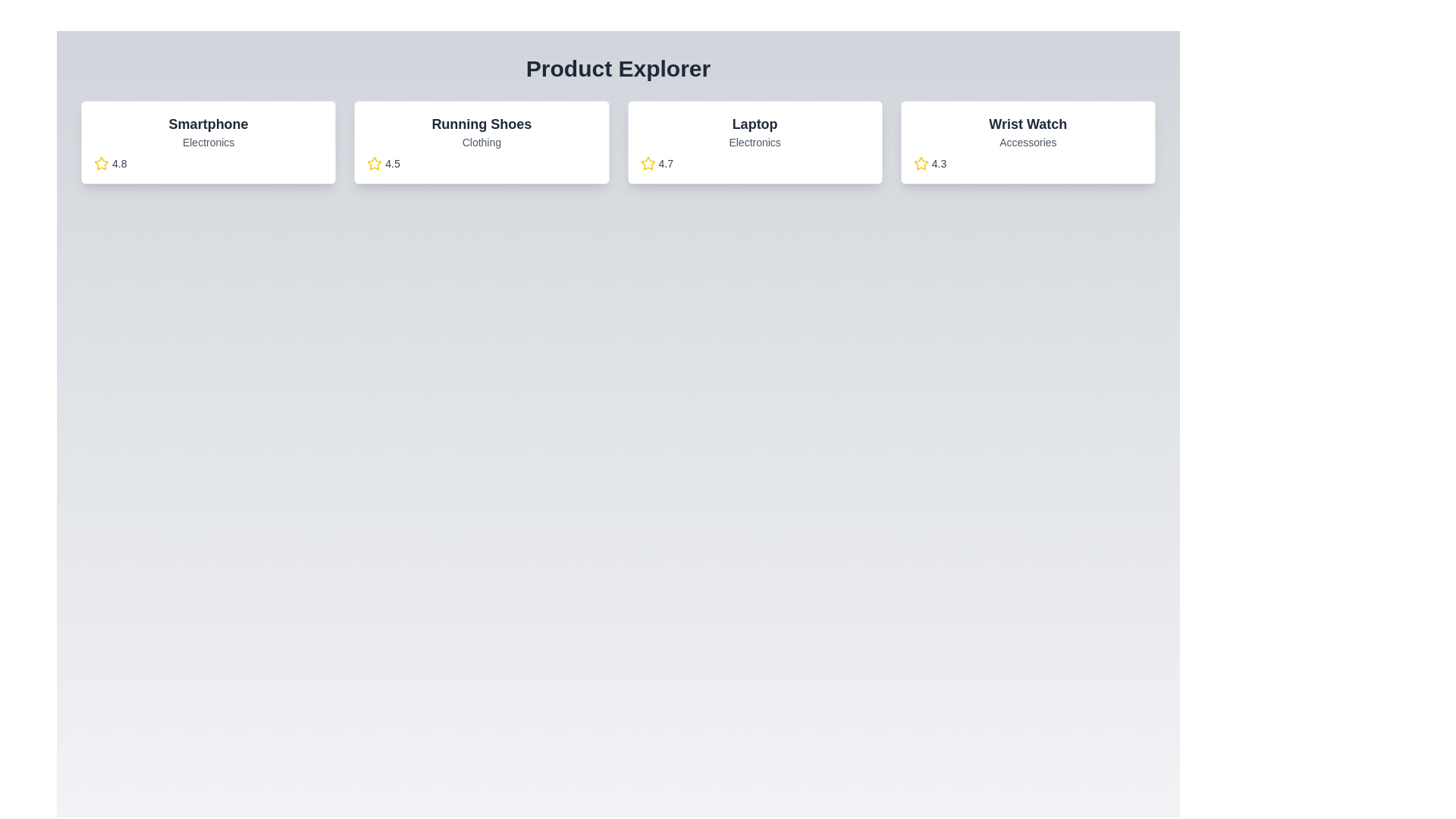 This screenshot has width=1456, height=819. Describe the element at coordinates (375, 164) in the screenshot. I see `the first star-shaped icon with a yellow fill in the rating display for 'Running Shoes', positioned to the left of the numeric rating '4.5'` at that location.